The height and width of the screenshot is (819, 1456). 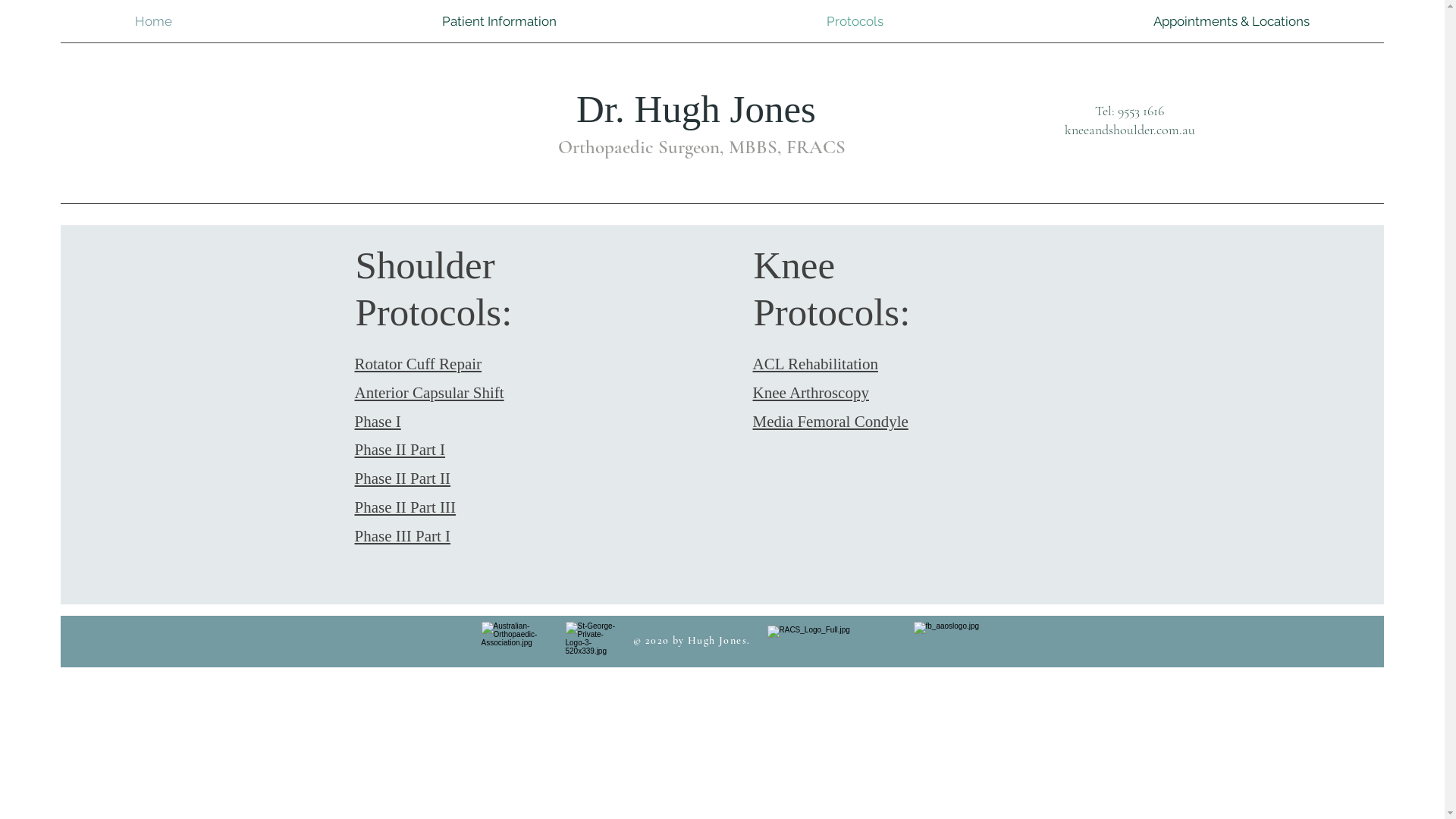 I want to click on 'Patient Information', so click(x=499, y=20).